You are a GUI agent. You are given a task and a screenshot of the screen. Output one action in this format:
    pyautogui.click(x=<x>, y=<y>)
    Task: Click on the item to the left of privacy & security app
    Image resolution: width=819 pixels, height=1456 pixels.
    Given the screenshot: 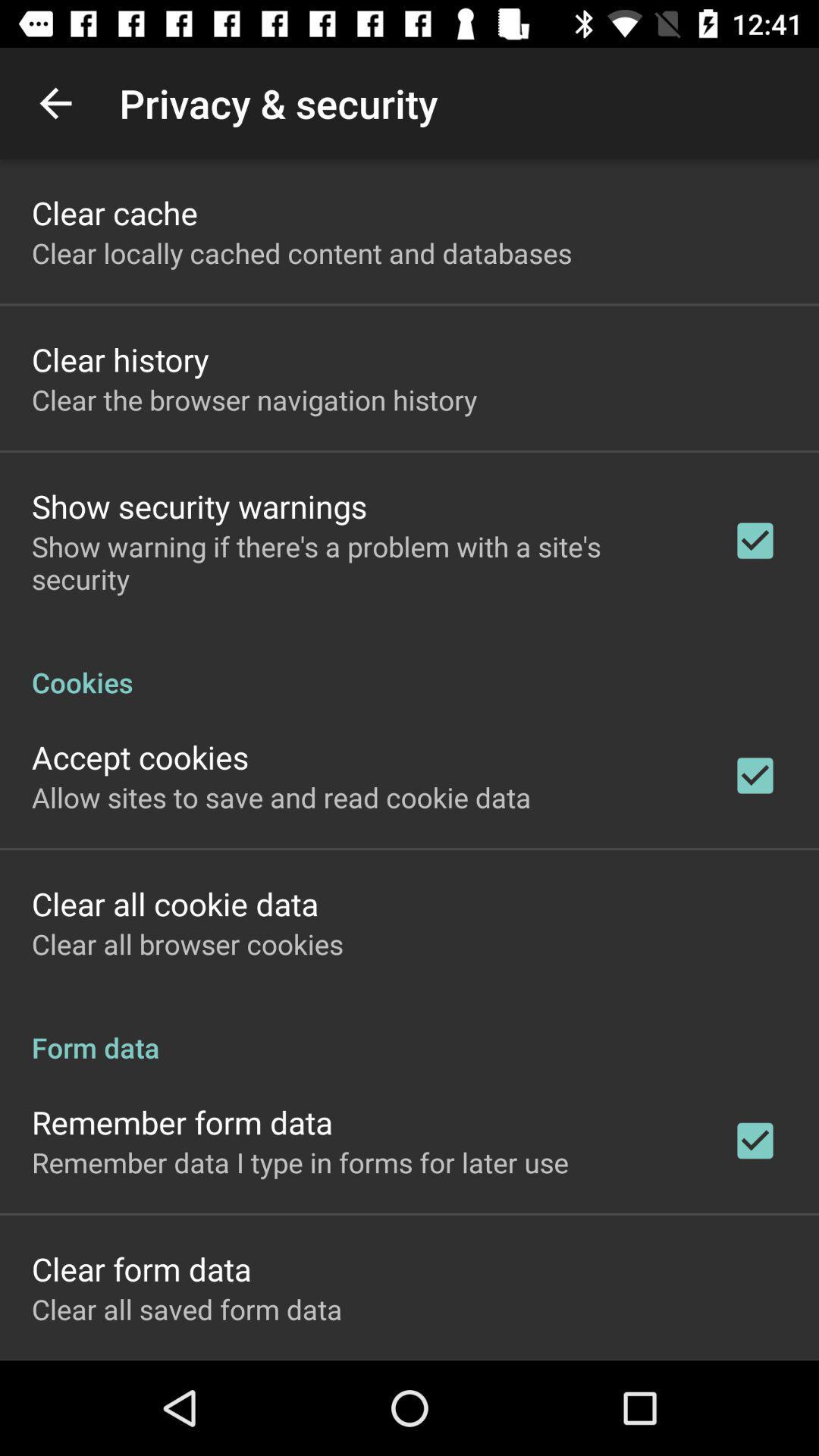 What is the action you would take?
    pyautogui.click(x=55, y=102)
    